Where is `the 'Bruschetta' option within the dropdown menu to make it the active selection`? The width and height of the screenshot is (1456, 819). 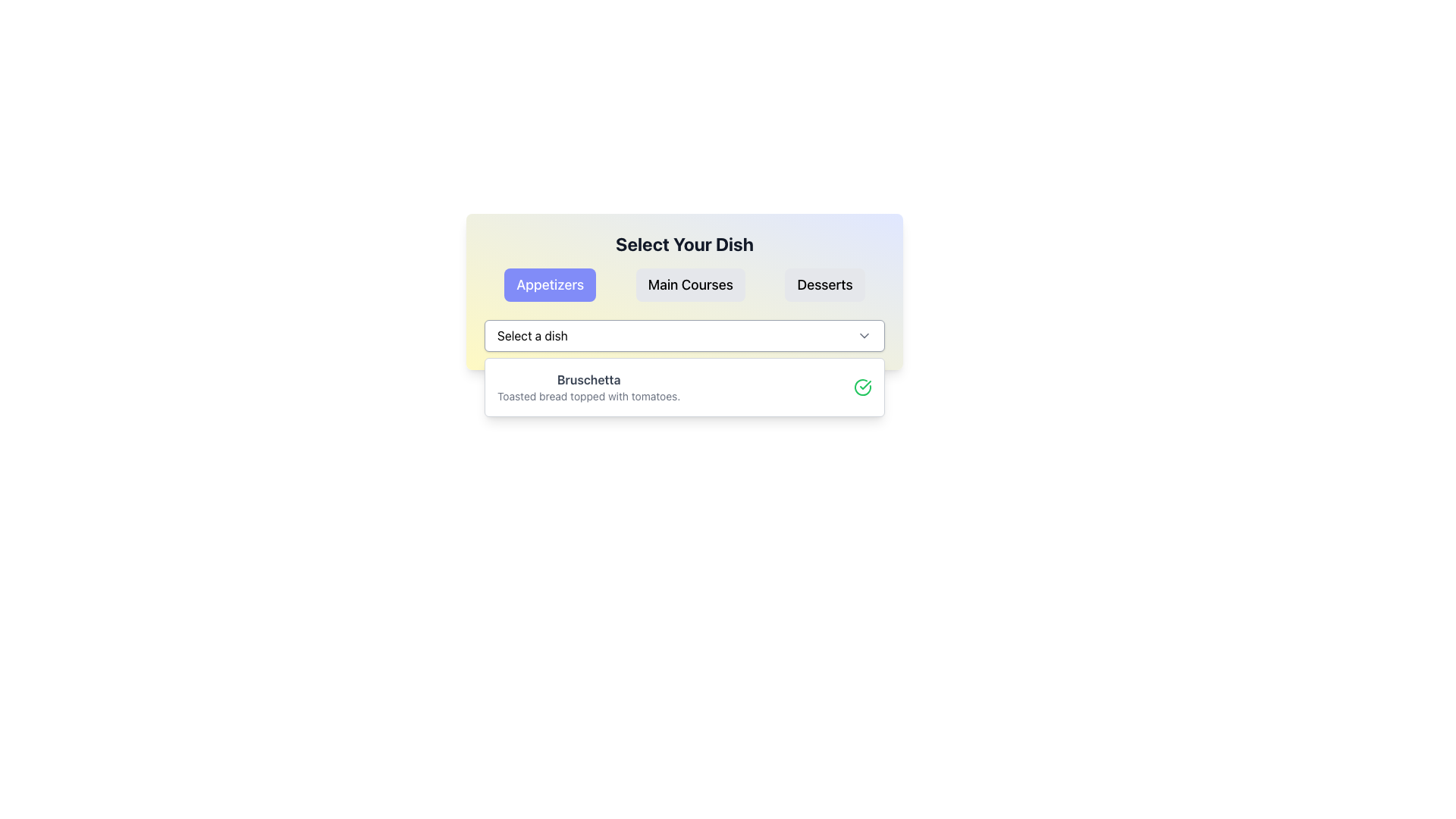
the 'Bruschetta' option within the dropdown menu to make it the active selection is located at coordinates (683, 386).